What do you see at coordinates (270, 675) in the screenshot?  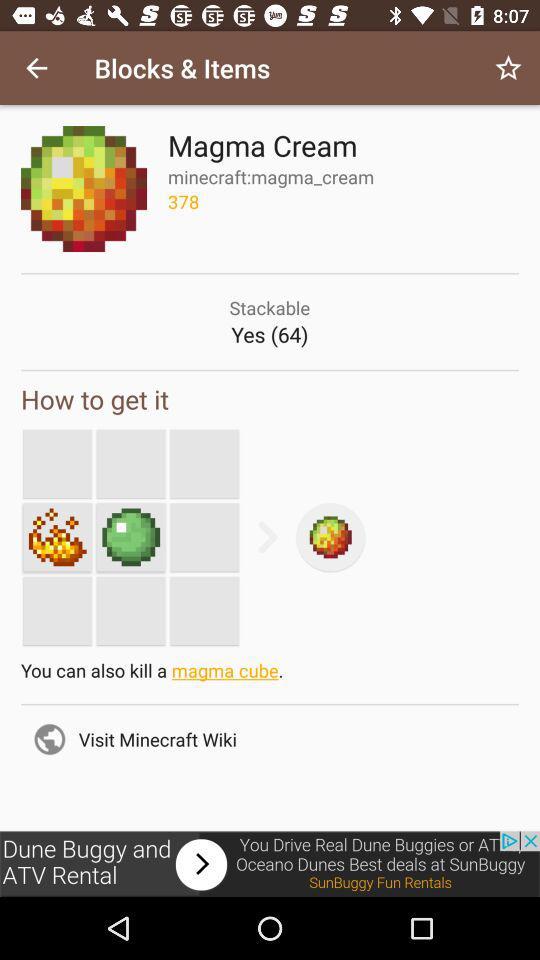 I see `you can also` at bounding box center [270, 675].